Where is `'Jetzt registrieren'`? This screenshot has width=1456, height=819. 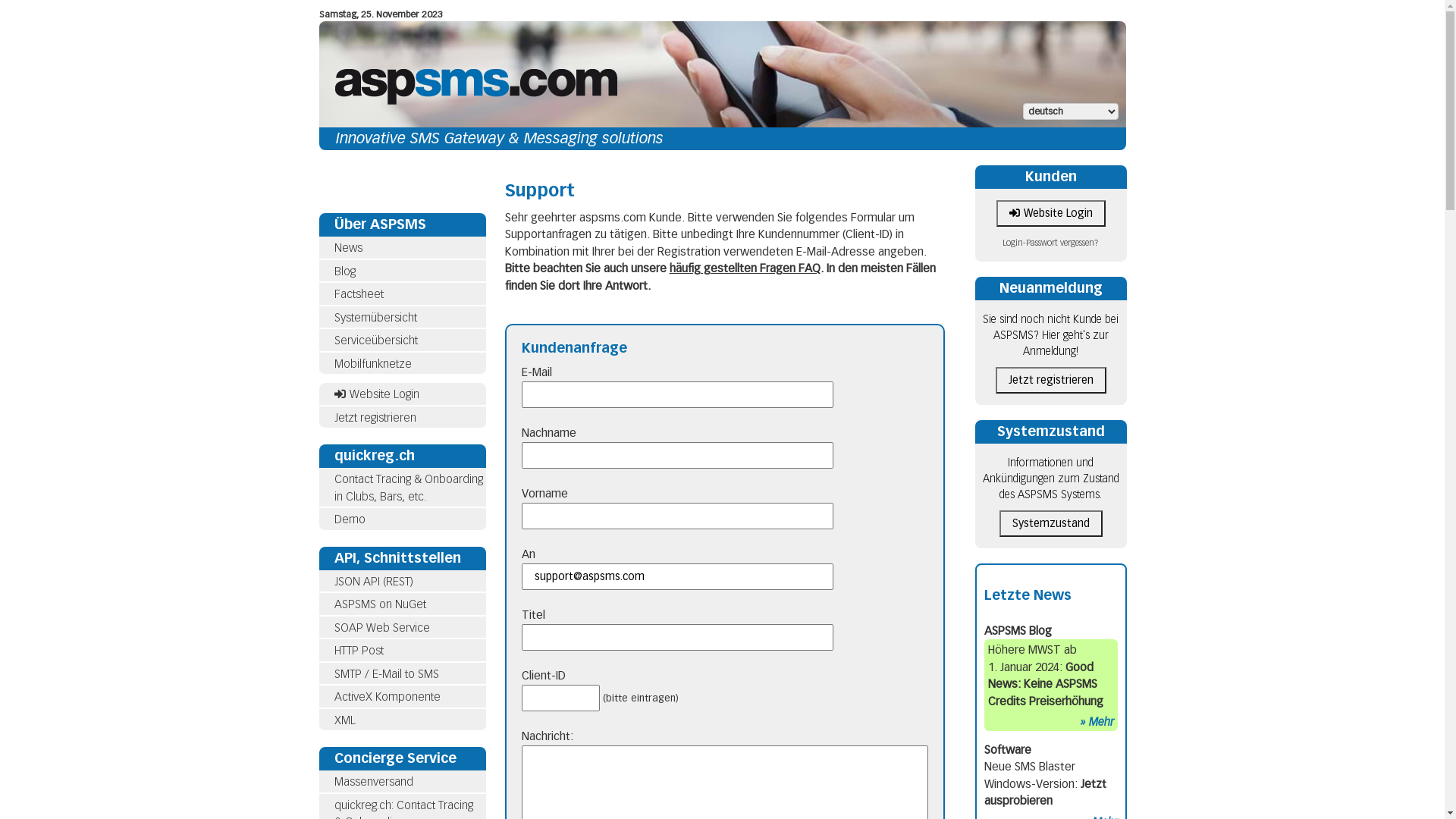 'Jetzt registrieren' is located at coordinates (375, 418).